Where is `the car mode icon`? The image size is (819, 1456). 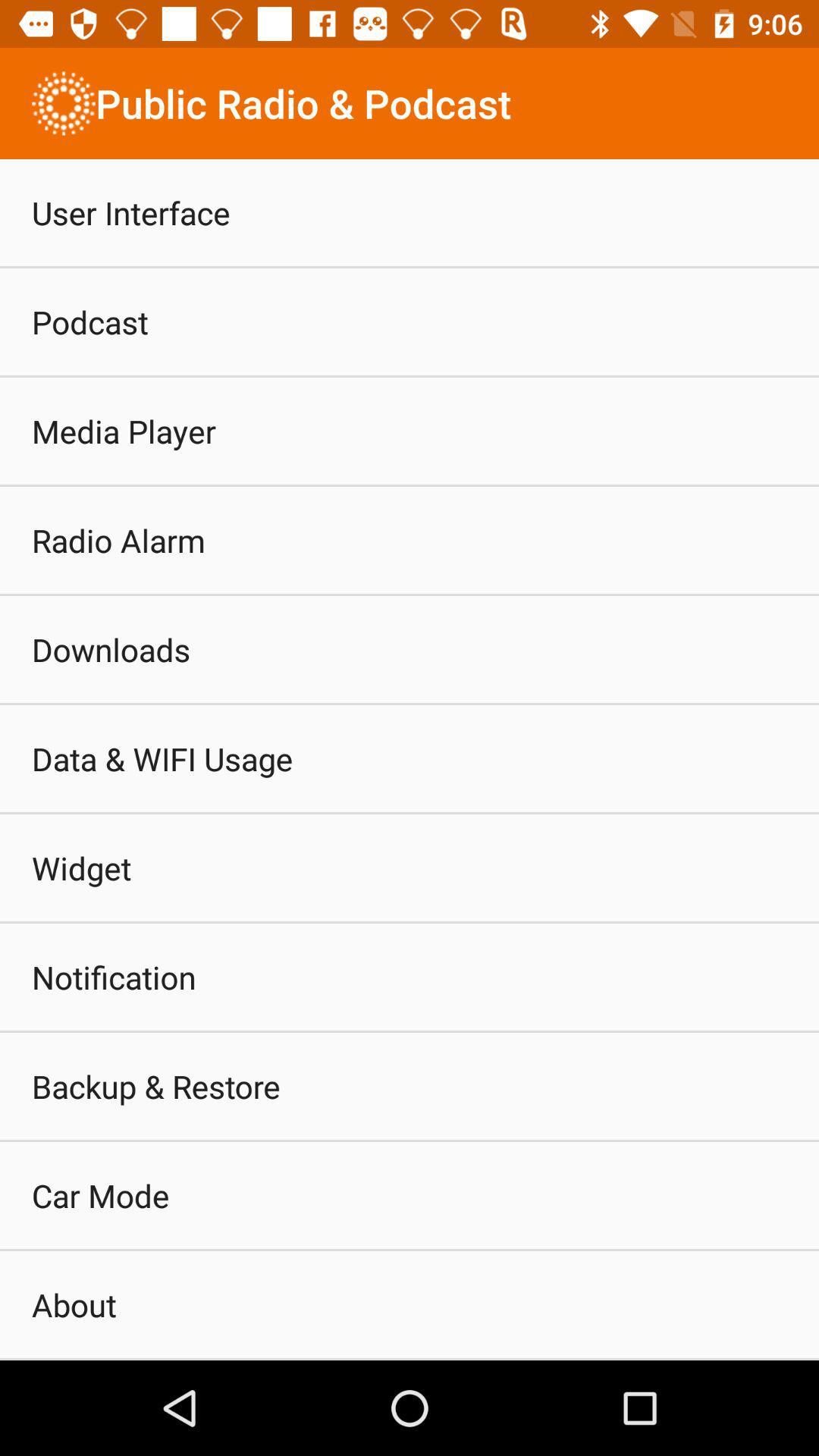 the car mode icon is located at coordinates (100, 1194).